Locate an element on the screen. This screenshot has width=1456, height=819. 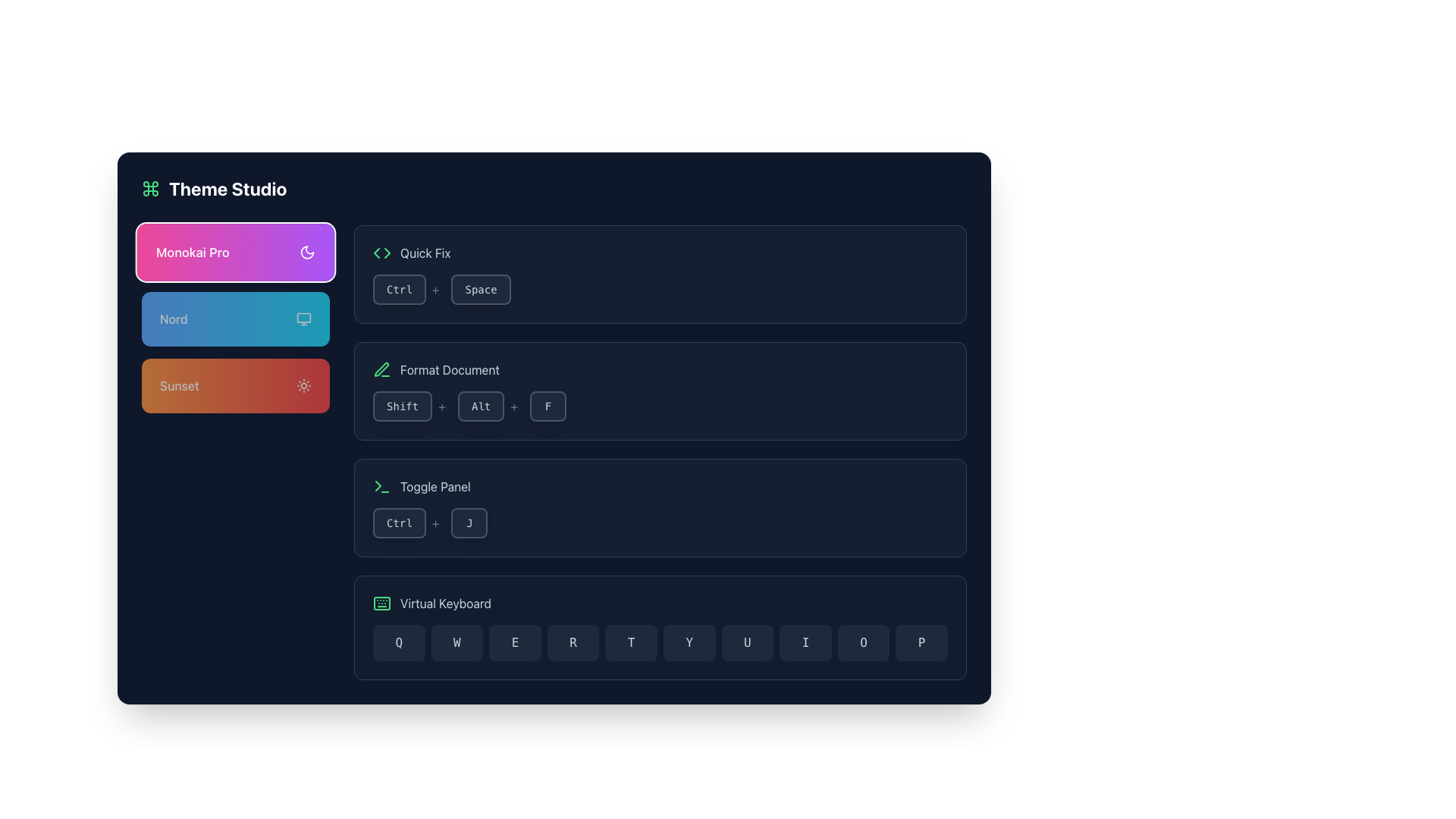
the virtual keyboard interface located at the bottom of the 'Virtual Keyboard' section, which consists of ten adjacent buttons representing keys from 'Q' to 'P' is located at coordinates (660, 643).